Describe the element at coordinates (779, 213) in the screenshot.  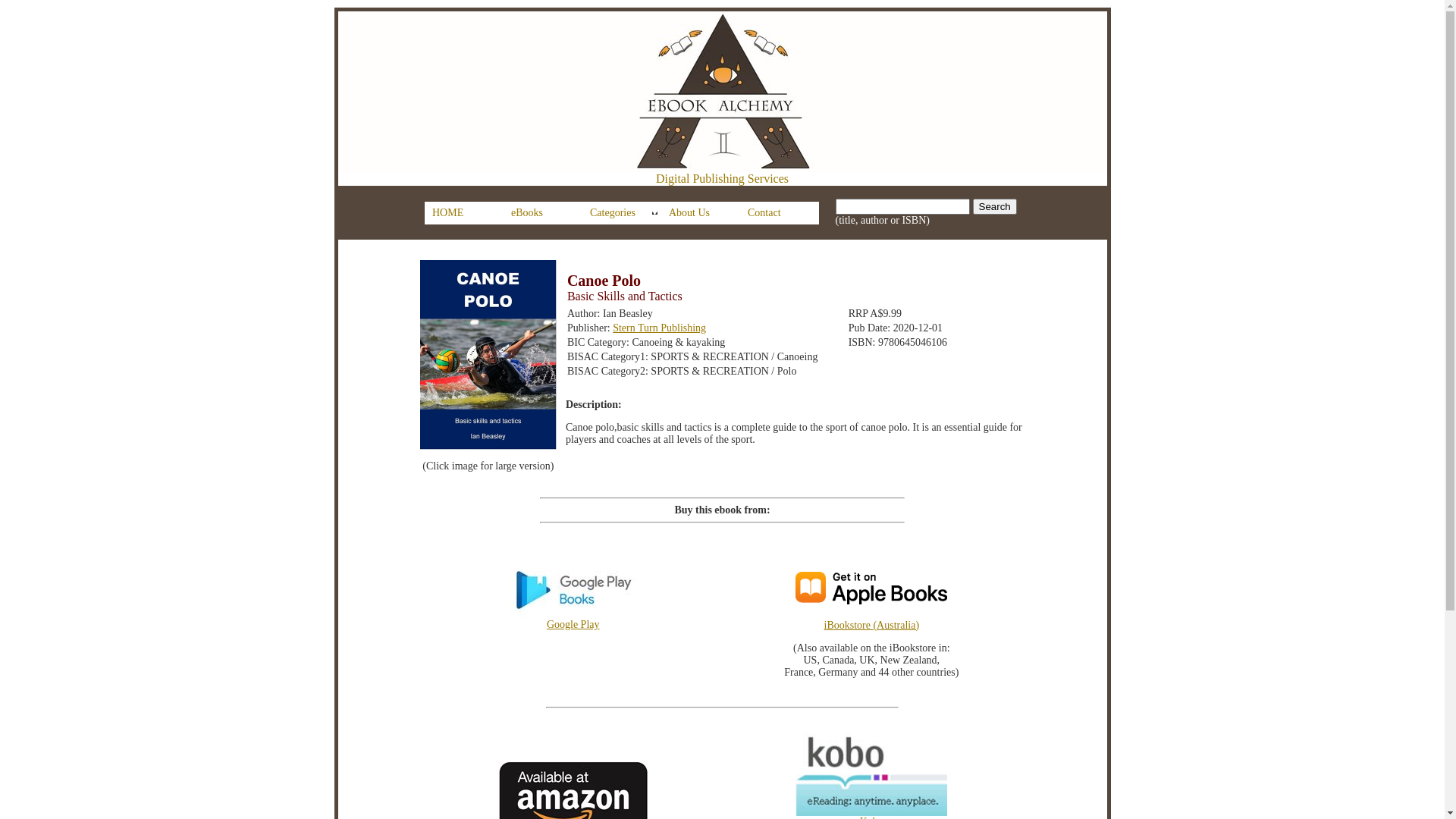
I see `'Contact'` at that location.